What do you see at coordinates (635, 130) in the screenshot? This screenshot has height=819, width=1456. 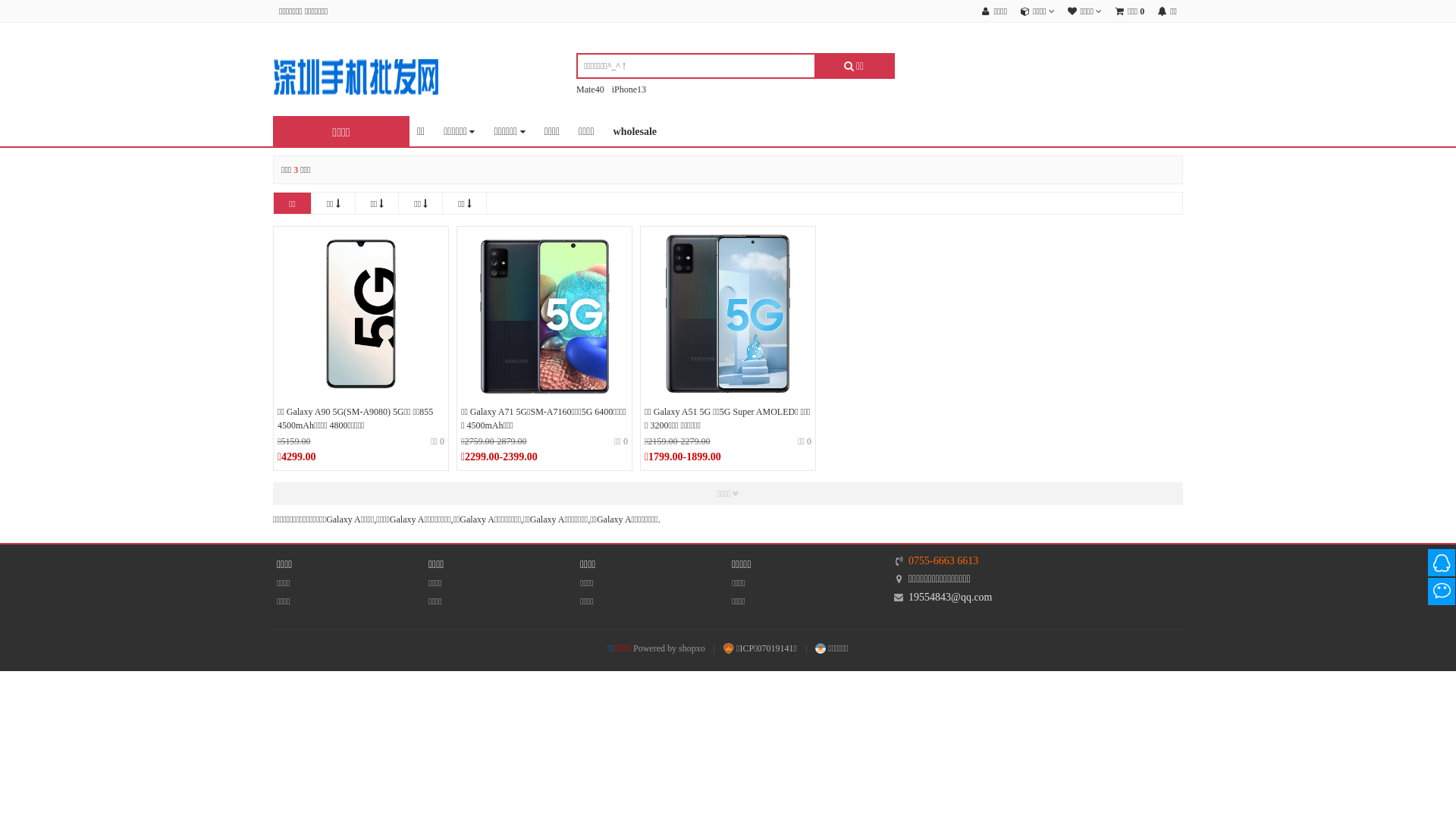 I see `'wholesale'` at bounding box center [635, 130].